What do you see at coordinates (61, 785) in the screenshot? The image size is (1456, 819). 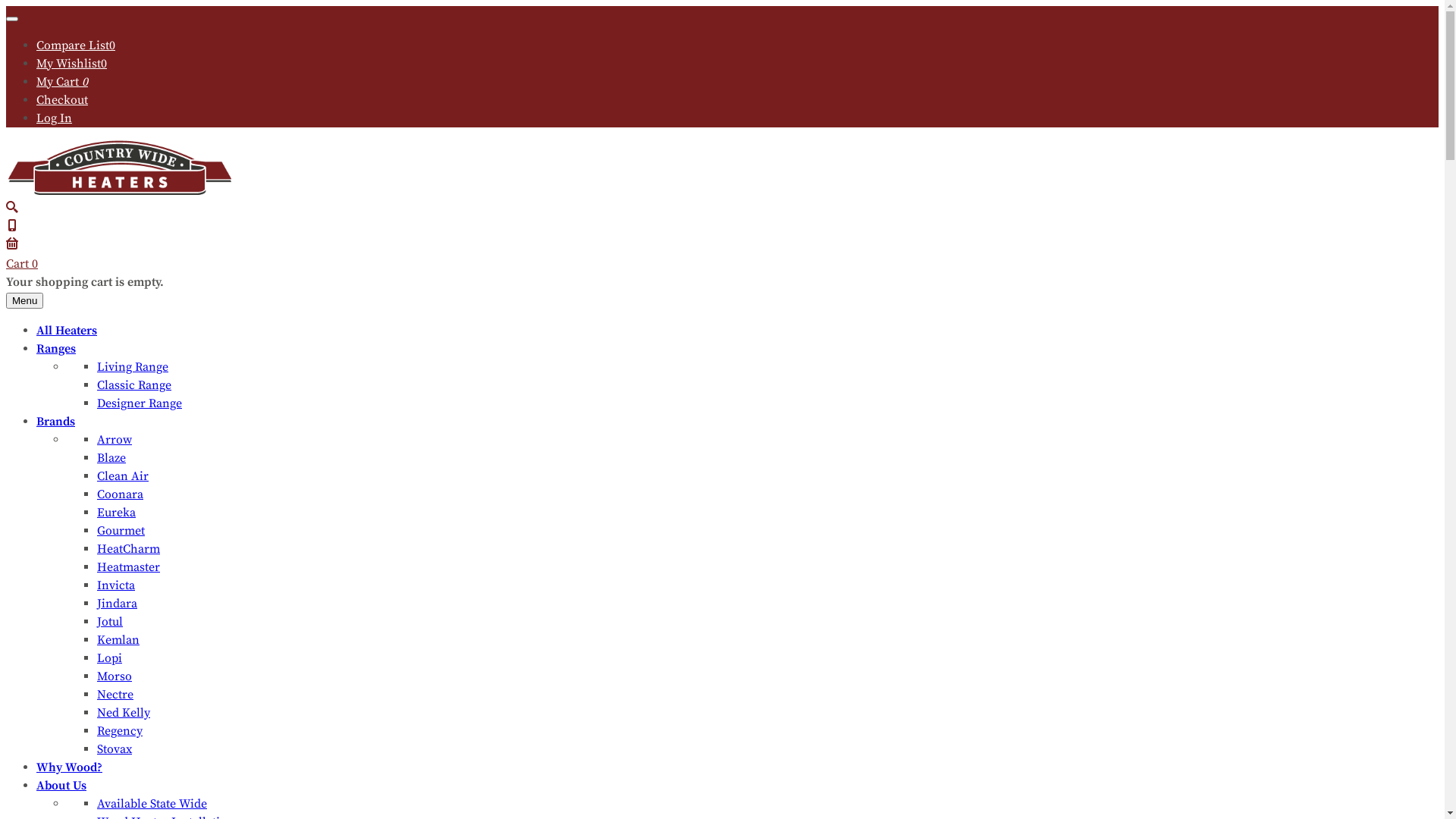 I see `'About Us'` at bounding box center [61, 785].